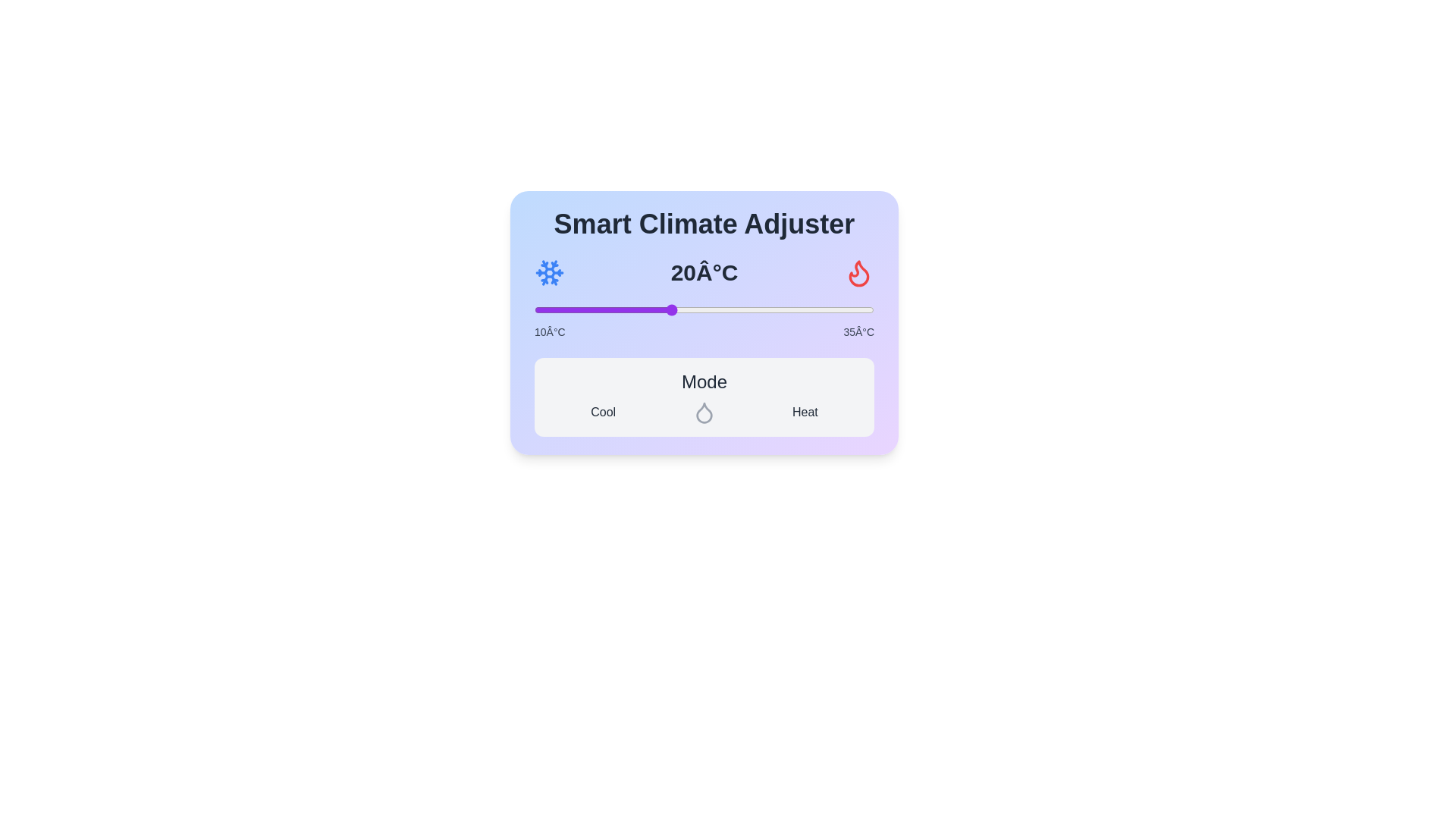  What do you see at coordinates (547, 309) in the screenshot?
I see `the temperature to 11°C using the slider` at bounding box center [547, 309].